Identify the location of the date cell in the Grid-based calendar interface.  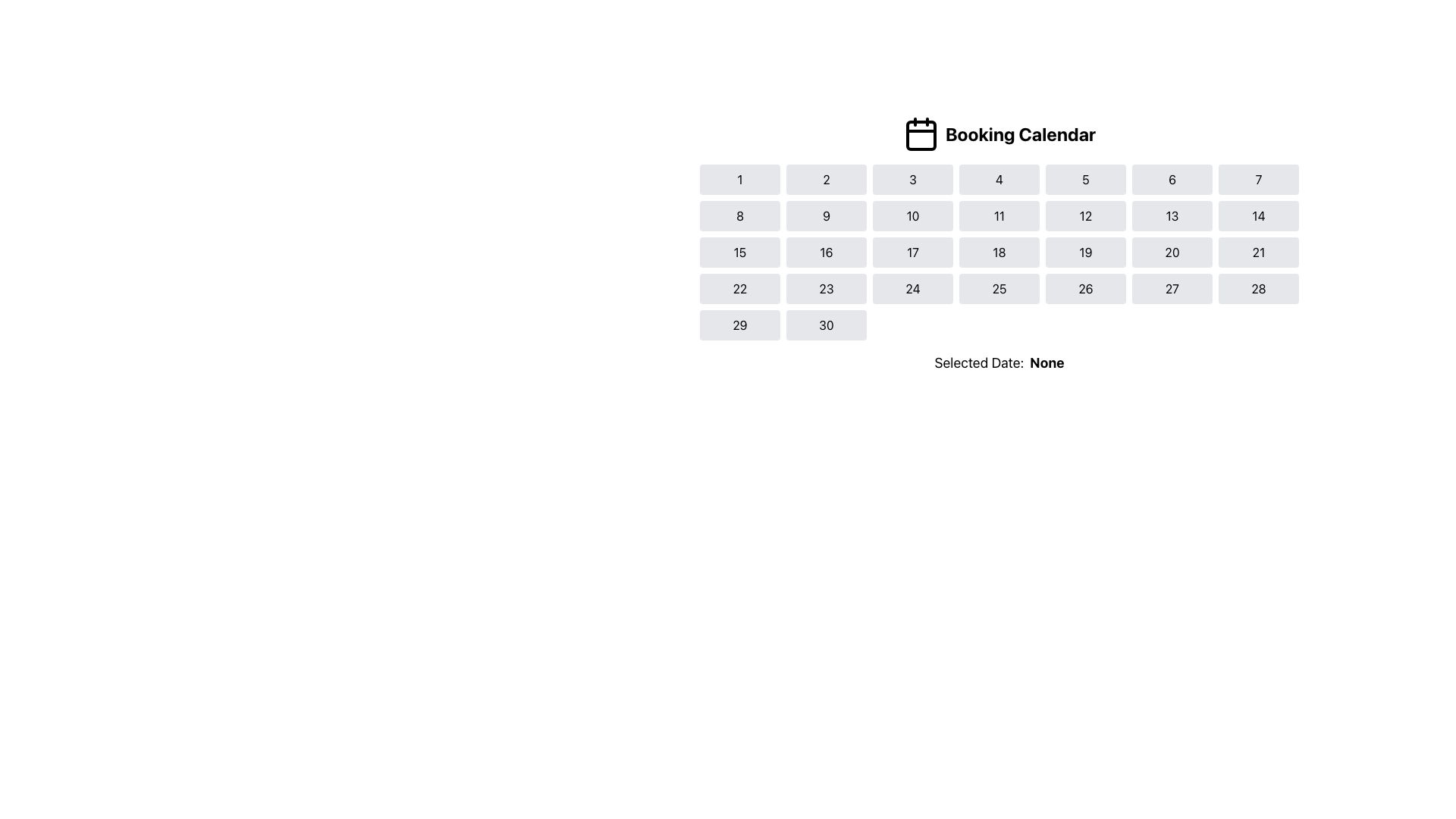
(999, 251).